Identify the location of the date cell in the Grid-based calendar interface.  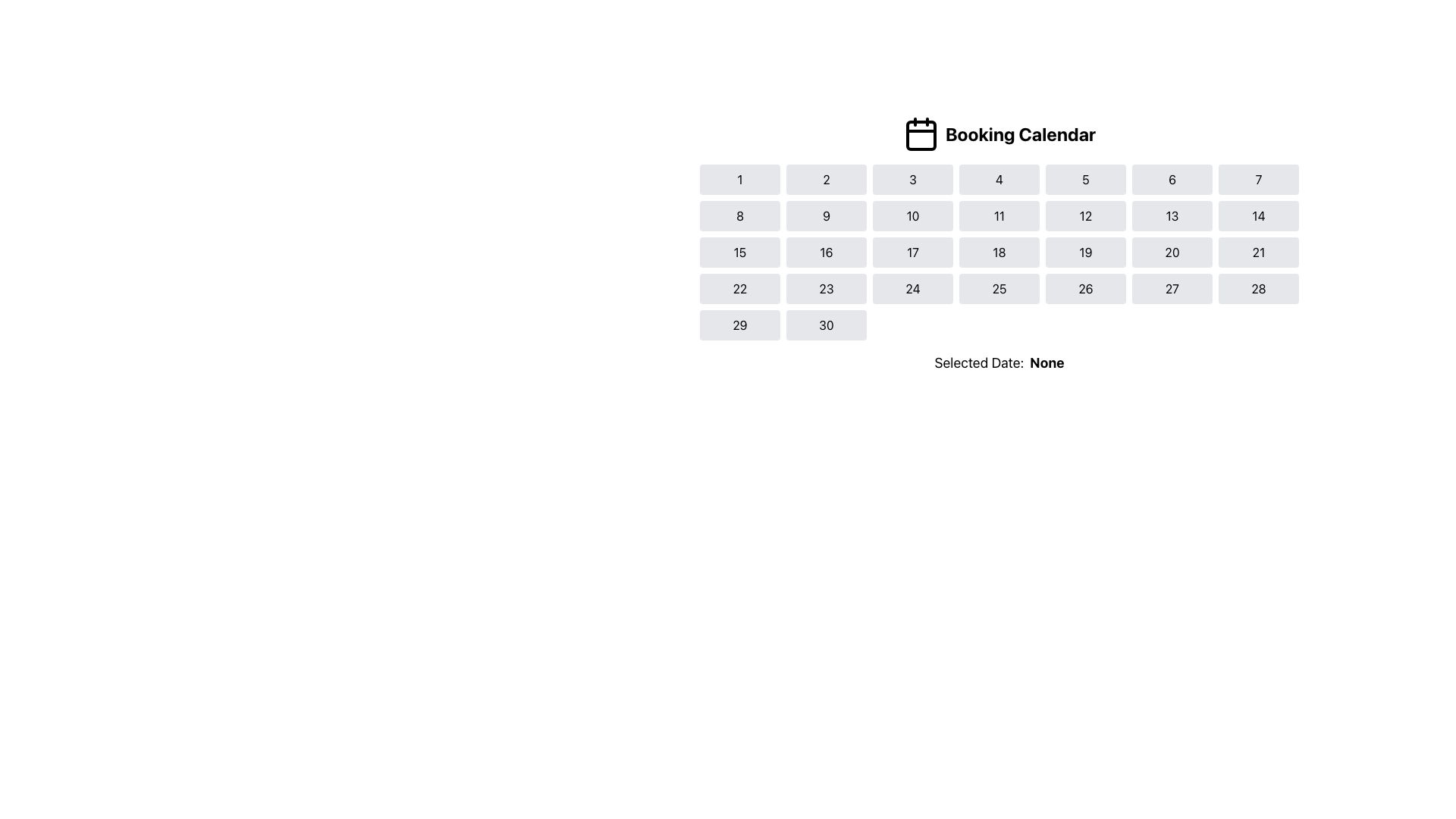
(999, 251).